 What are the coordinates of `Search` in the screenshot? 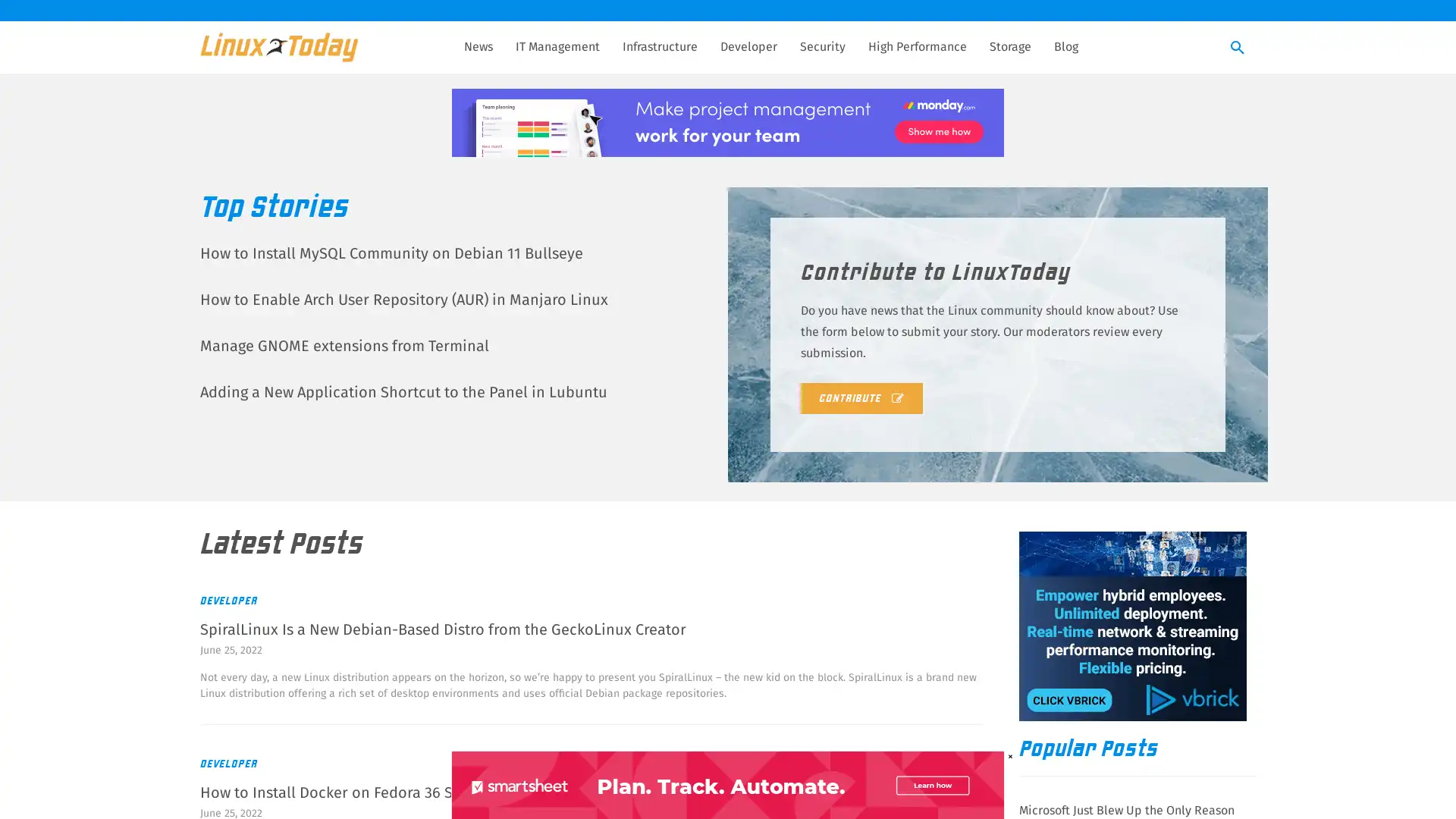 It's located at (1238, 48).